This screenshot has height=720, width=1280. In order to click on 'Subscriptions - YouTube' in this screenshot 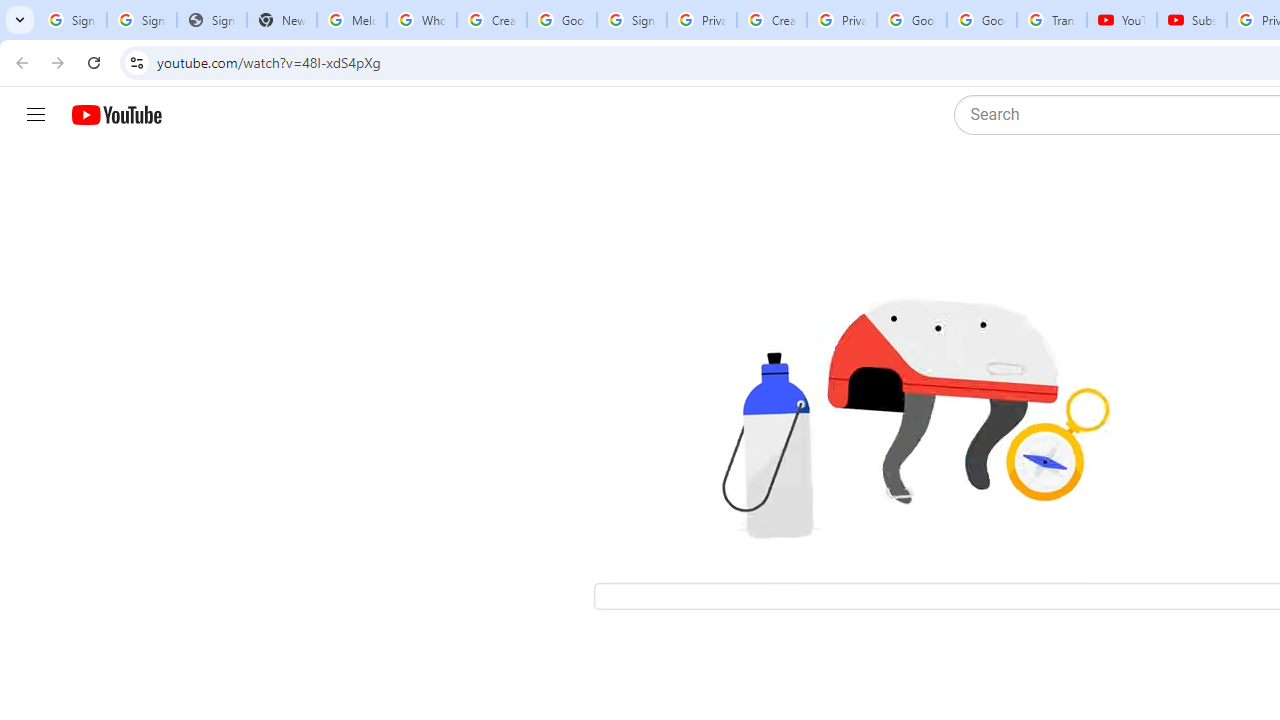, I will do `click(1192, 20)`.